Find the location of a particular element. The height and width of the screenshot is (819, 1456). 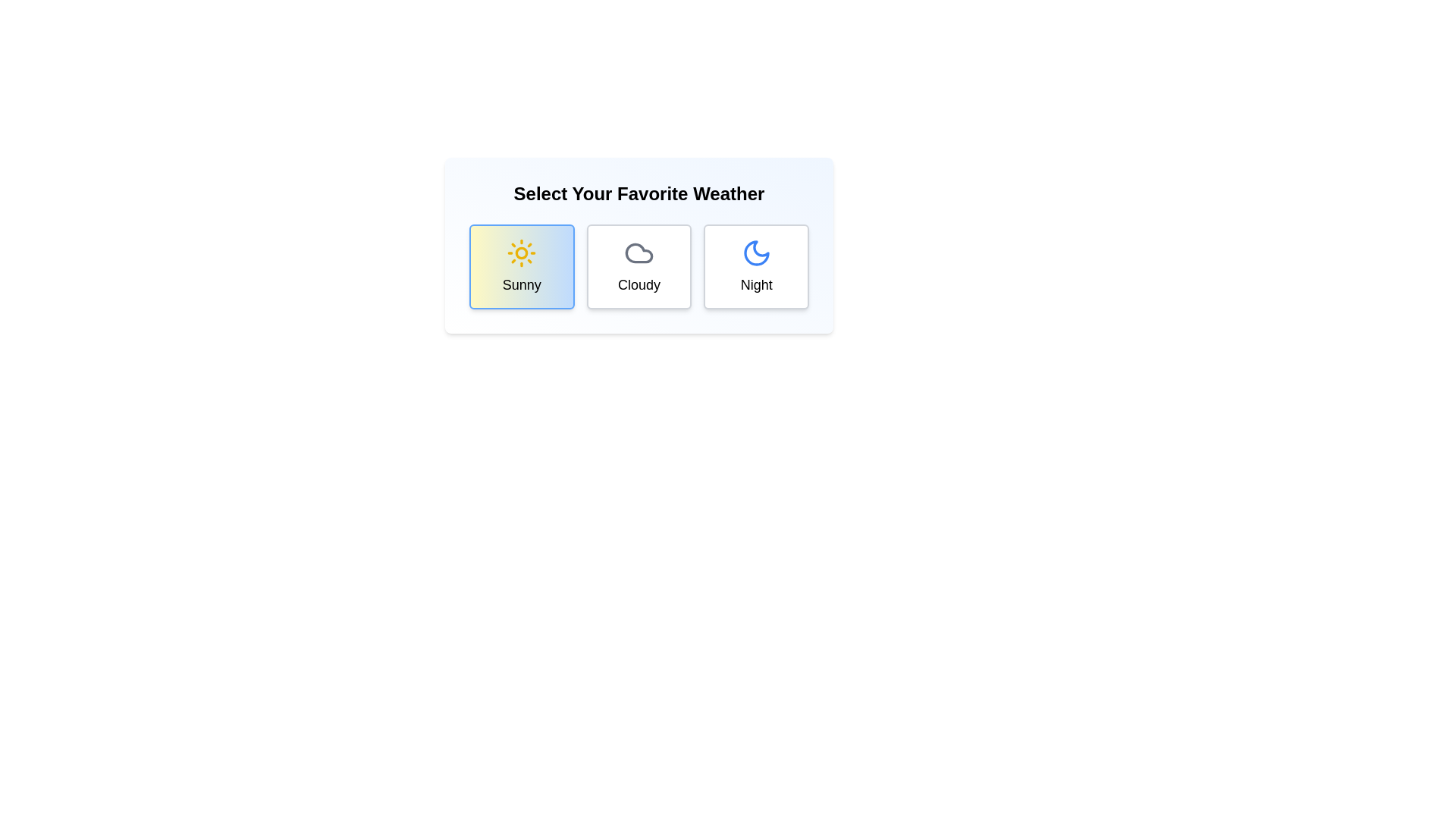

text content of the label that describes the associated weather option, which is located below the cloud icon in the middle of a row of three selectable weather options is located at coordinates (639, 284).